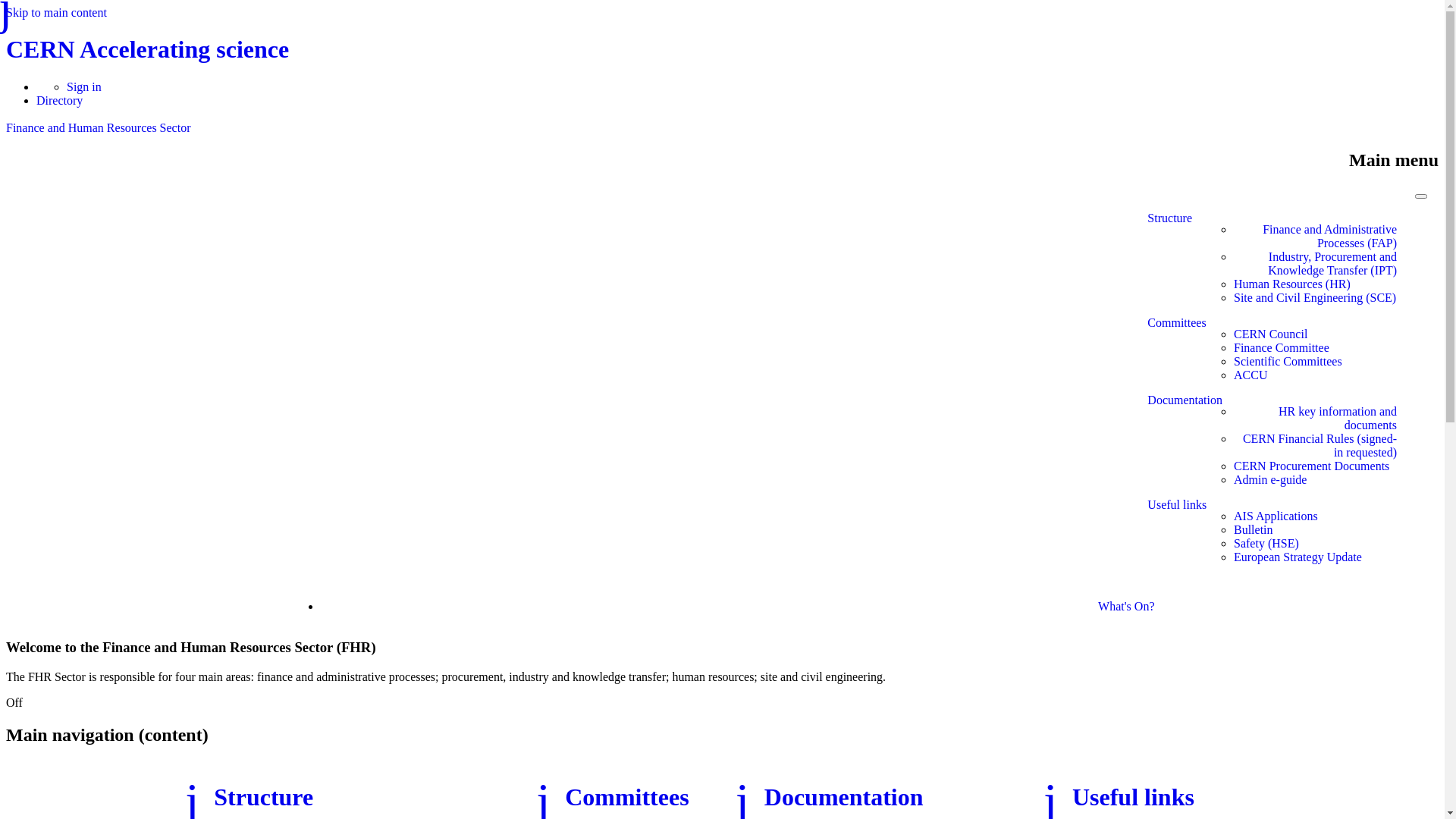 The height and width of the screenshot is (819, 1456). I want to click on 'Structure', so click(1169, 262).